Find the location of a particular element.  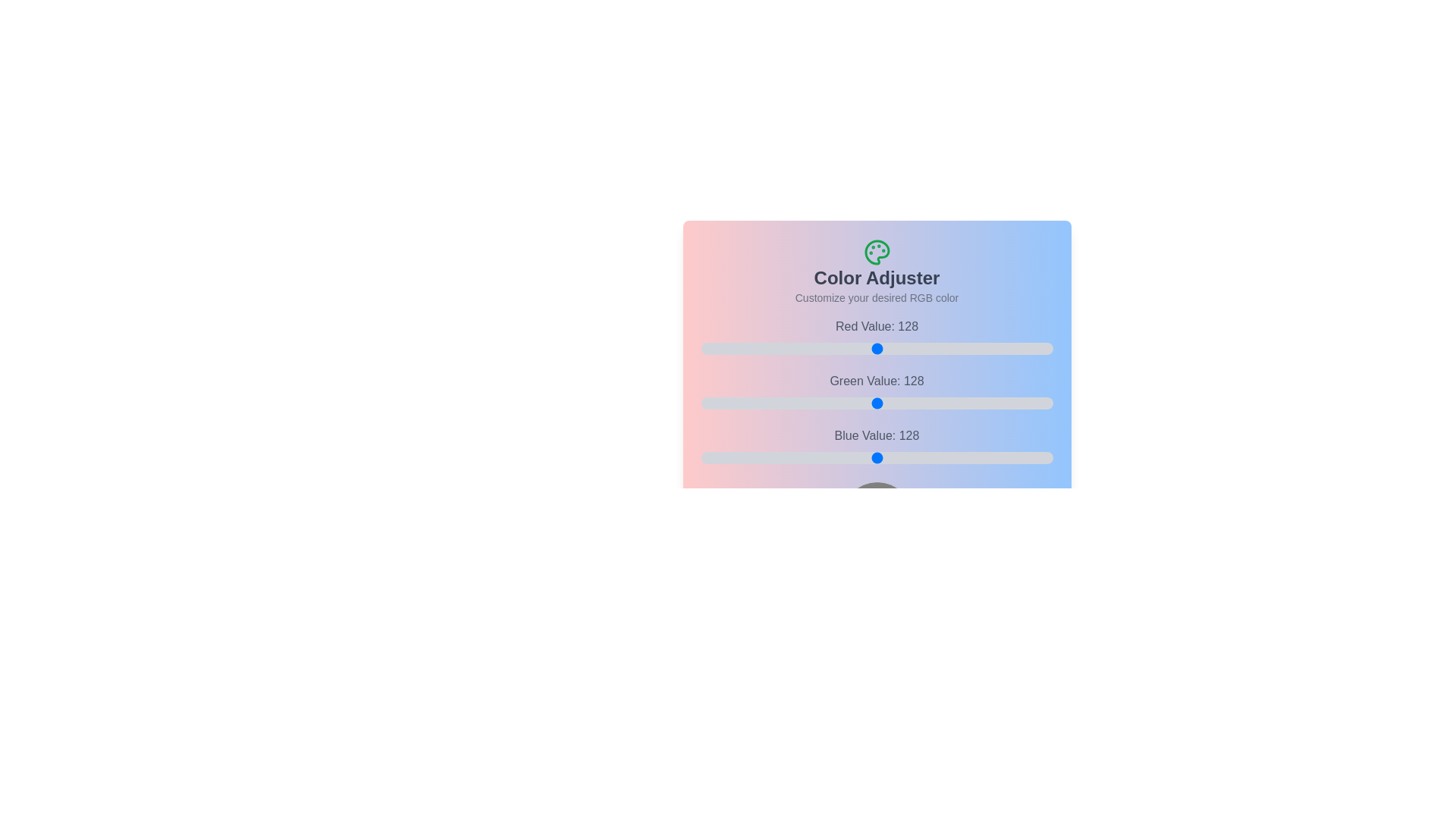

the 0 slider to 194 is located at coordinates (1011, 348).